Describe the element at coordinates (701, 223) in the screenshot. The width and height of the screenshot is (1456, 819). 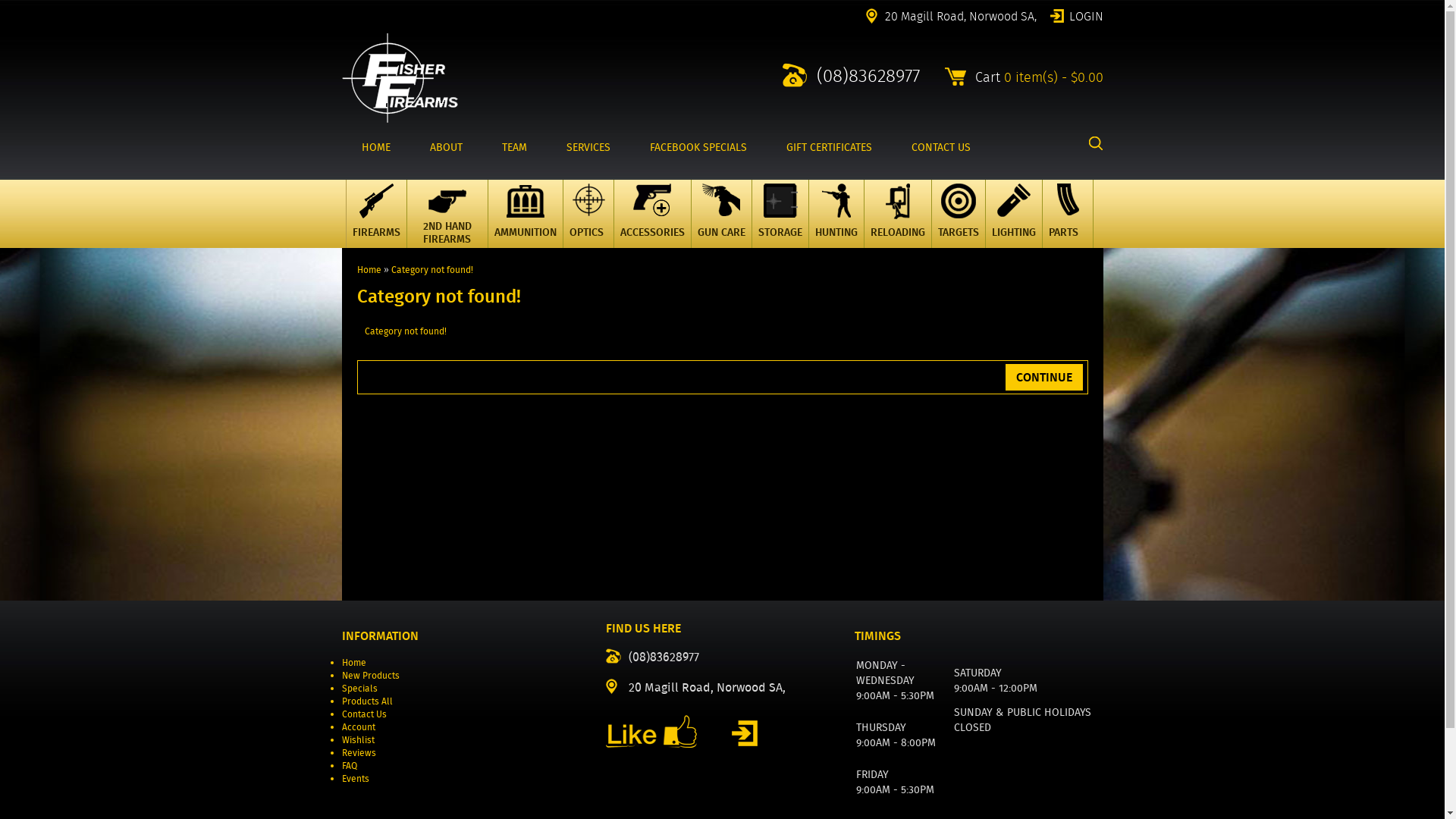
I see `'Gun Care'` at that location.